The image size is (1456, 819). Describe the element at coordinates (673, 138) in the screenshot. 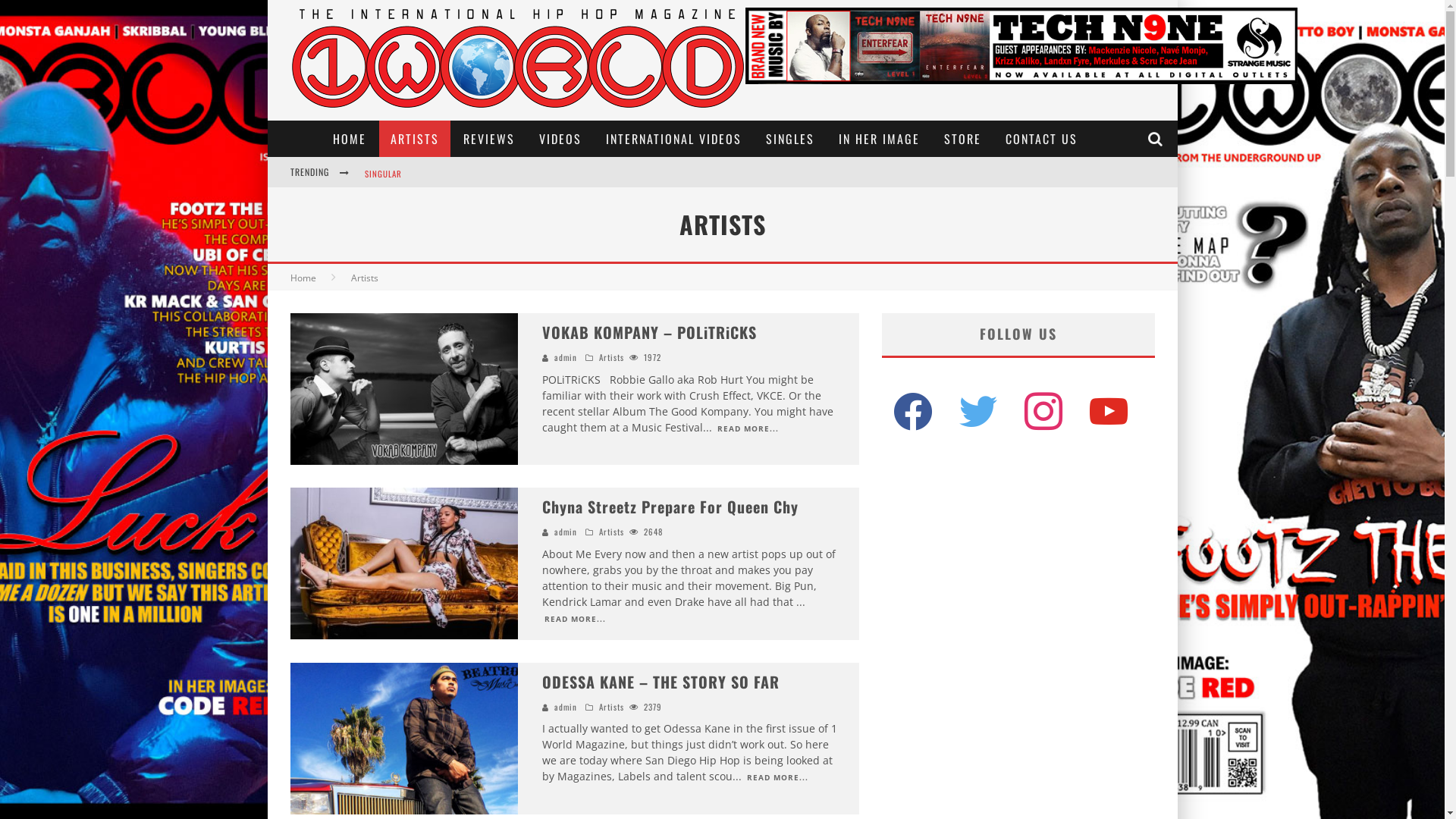

I see `'INTERNATIONAL VIDEOS'` at that location.